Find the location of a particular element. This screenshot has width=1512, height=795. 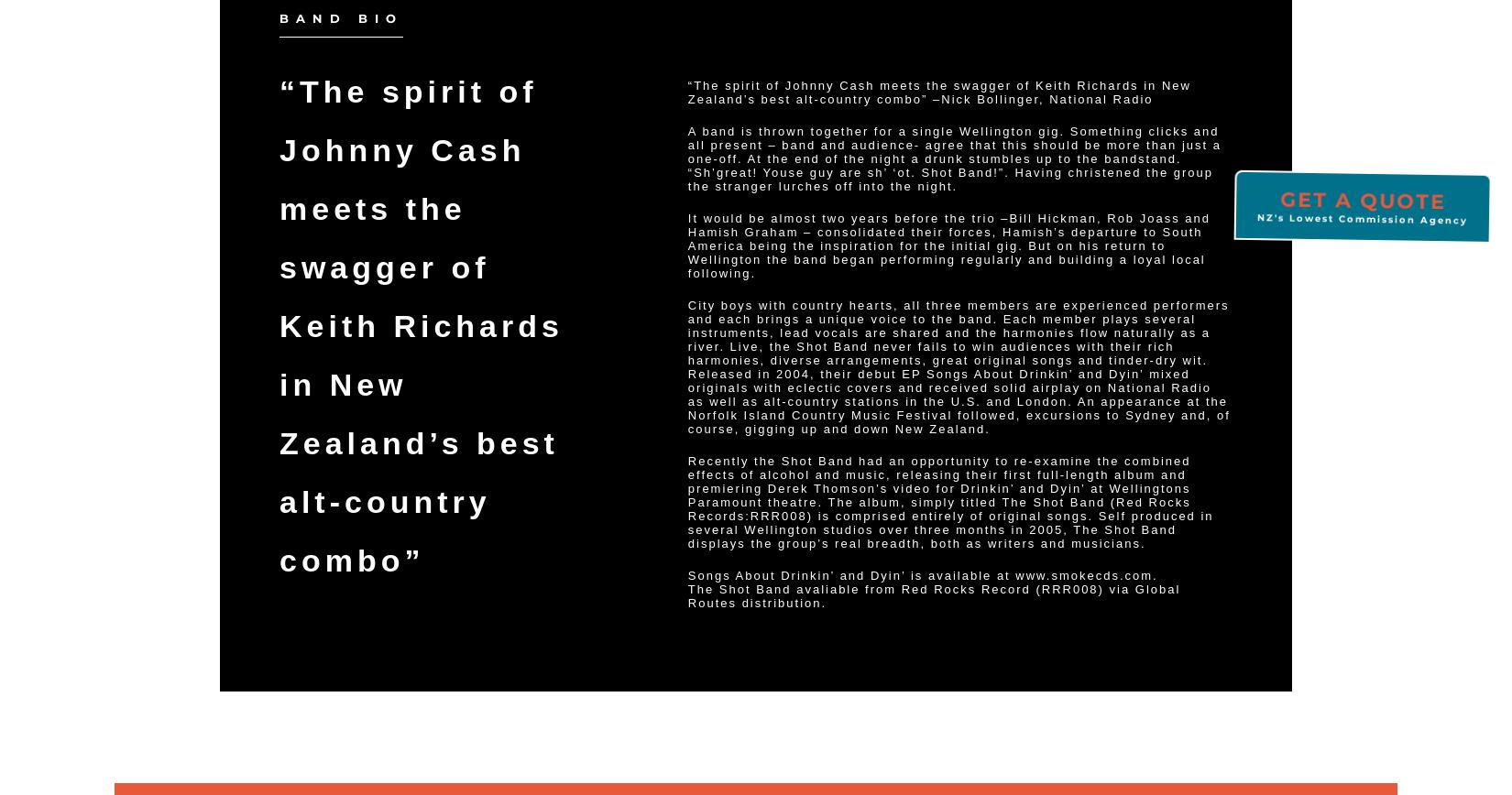

'“The spirit of Johnny Cash meets the swagger of Keith Richards in New Zealand’s best alt-country combo” –Nick Bollinger, National Radio' is located at coordinates (938, 91).